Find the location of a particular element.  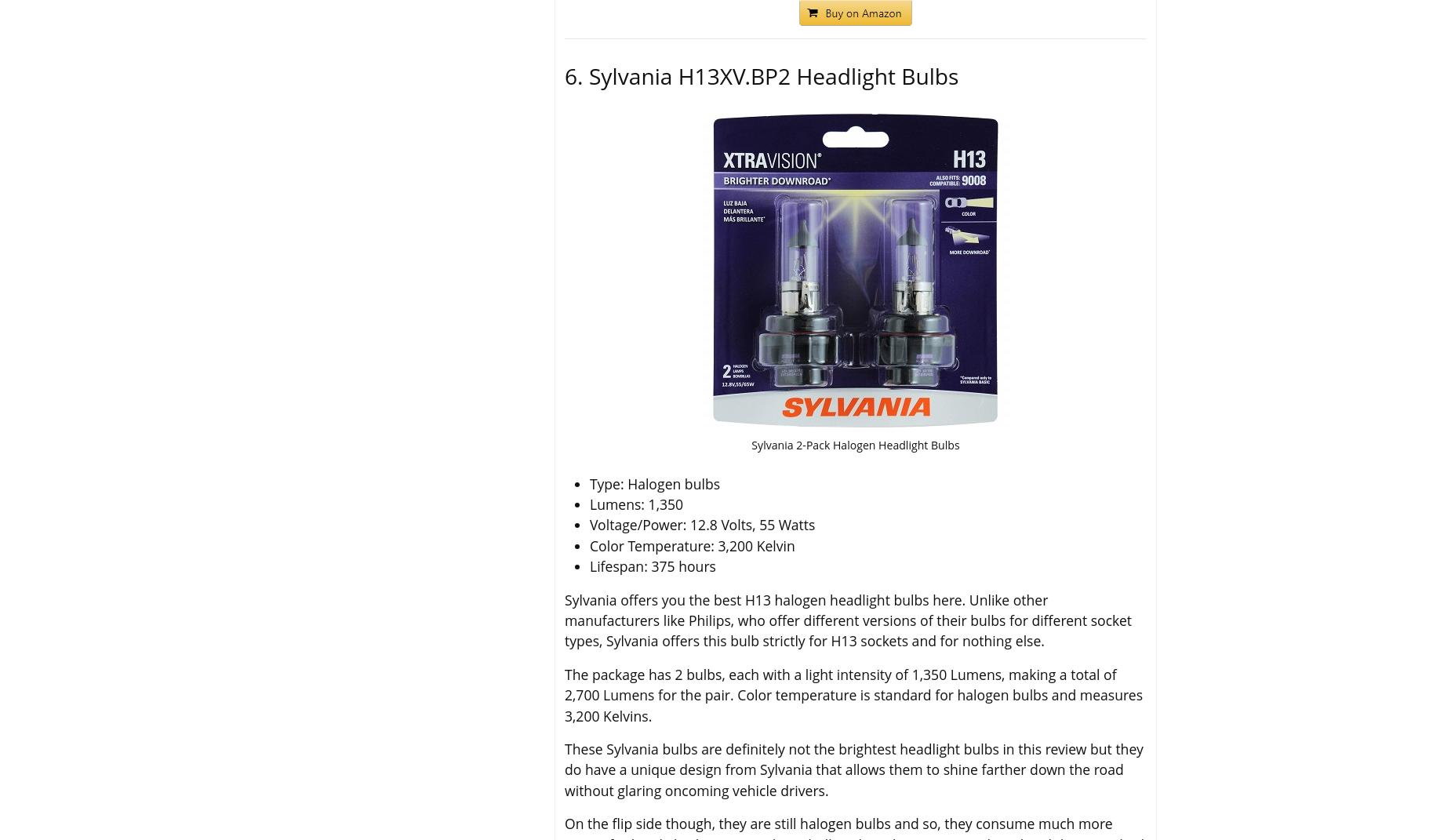

'Lifespan: 375 hours' is located at coordinates (590, 565).